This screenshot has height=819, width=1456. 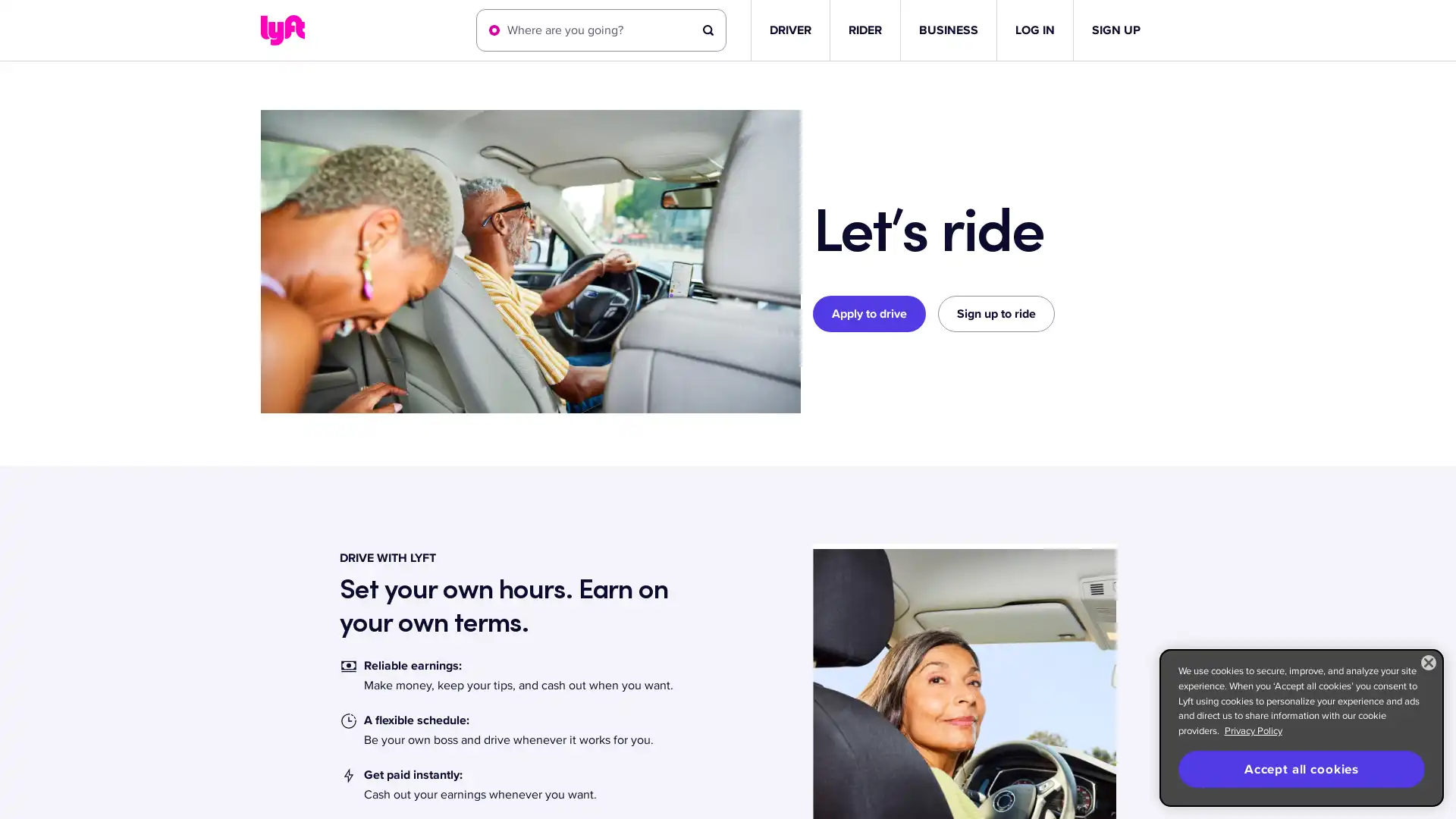 I want to click on Close, so click(x=1427, y=662).